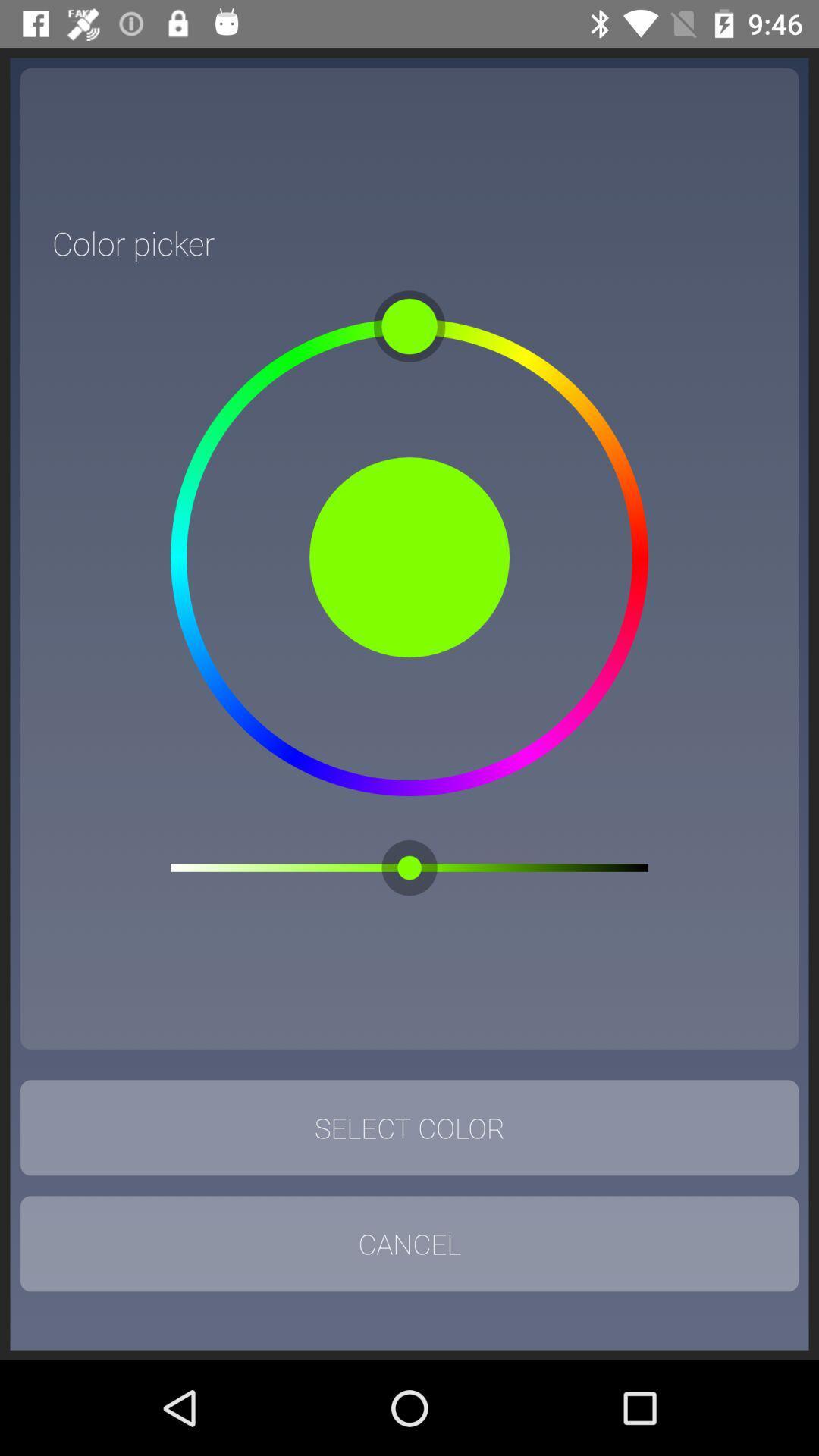 The image size is (819, 1456). Describe the element at coordinates (409, 1244) in the screenshot. I see `the cancel item` at that location.